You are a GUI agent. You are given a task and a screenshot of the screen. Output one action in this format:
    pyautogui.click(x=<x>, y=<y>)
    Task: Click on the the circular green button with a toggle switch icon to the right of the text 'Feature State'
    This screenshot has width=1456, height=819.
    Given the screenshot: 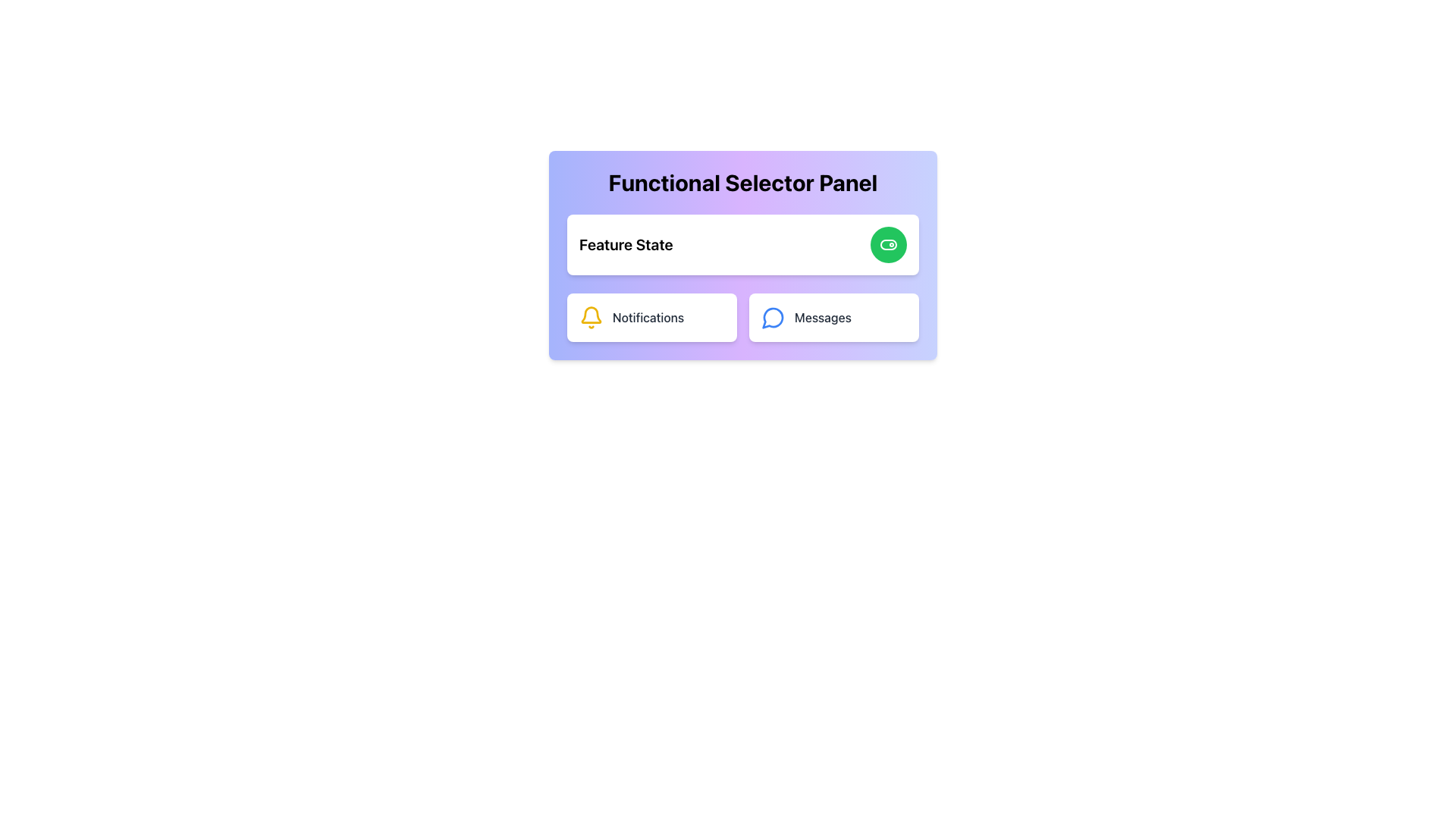 What is the action you would take?
    pyautogui.click(x=888, y=244)
    